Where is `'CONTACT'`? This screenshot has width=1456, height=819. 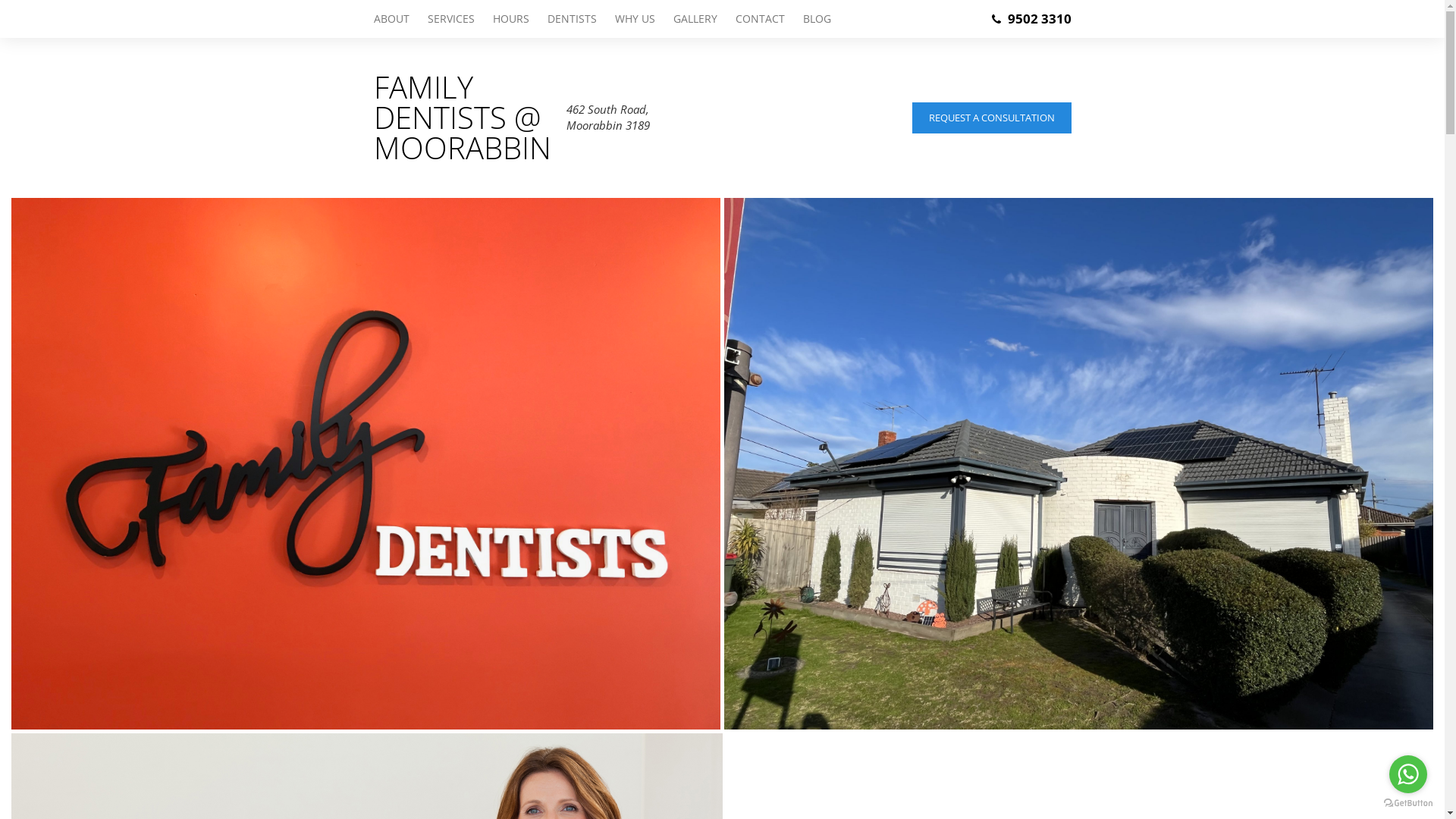 'CONTACT' is located at coordinates (760, 18).